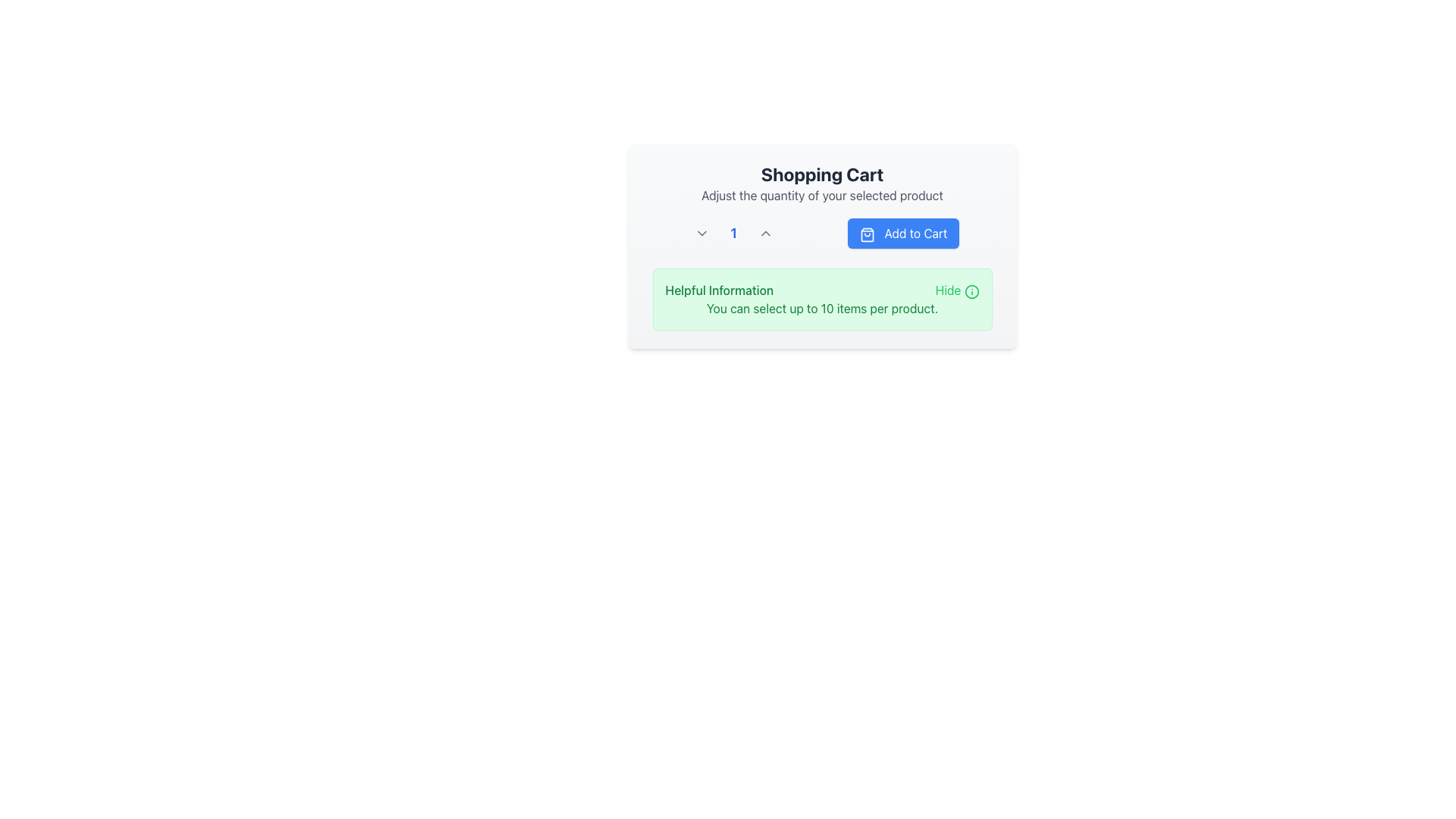 This screenshot has width=1456, height=819. Describe the element at coordinates (733, 234) in the screenshot. I see `the numeric quantity text element, which is centered between two arrow icons and part of the 'Add to Cart' section` at that location.